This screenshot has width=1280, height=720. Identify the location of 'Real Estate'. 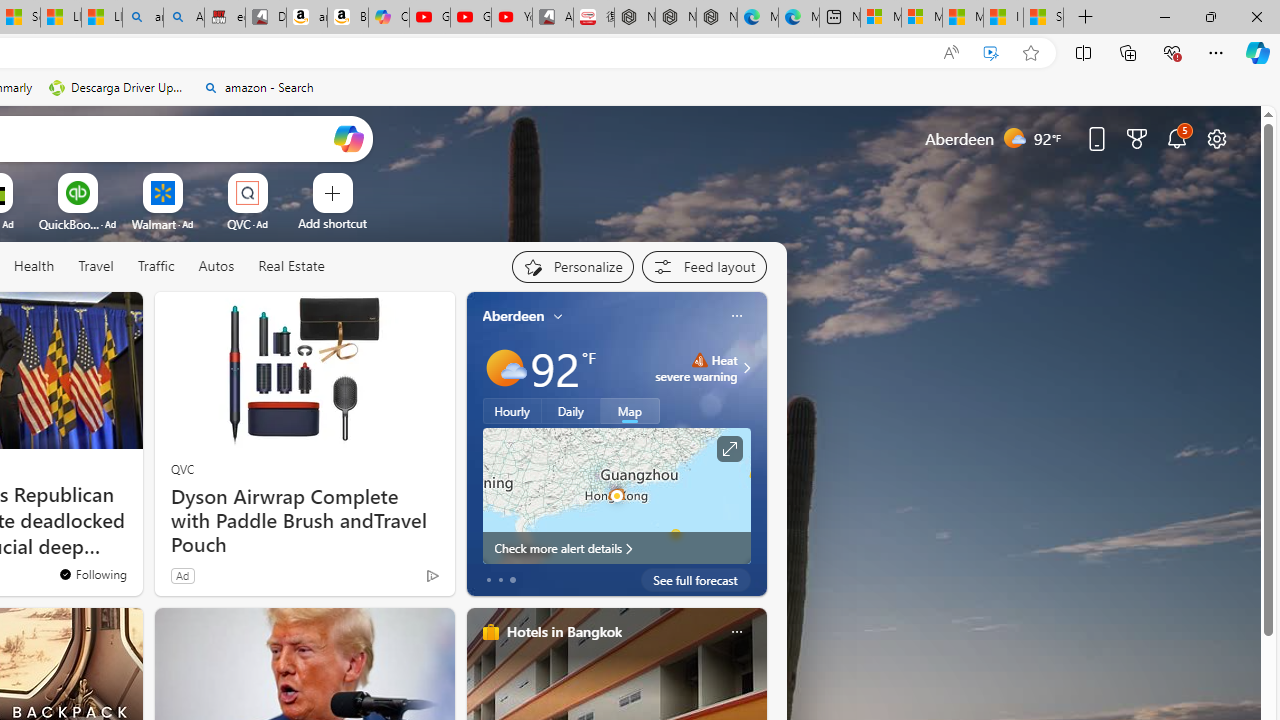
(290, 265).